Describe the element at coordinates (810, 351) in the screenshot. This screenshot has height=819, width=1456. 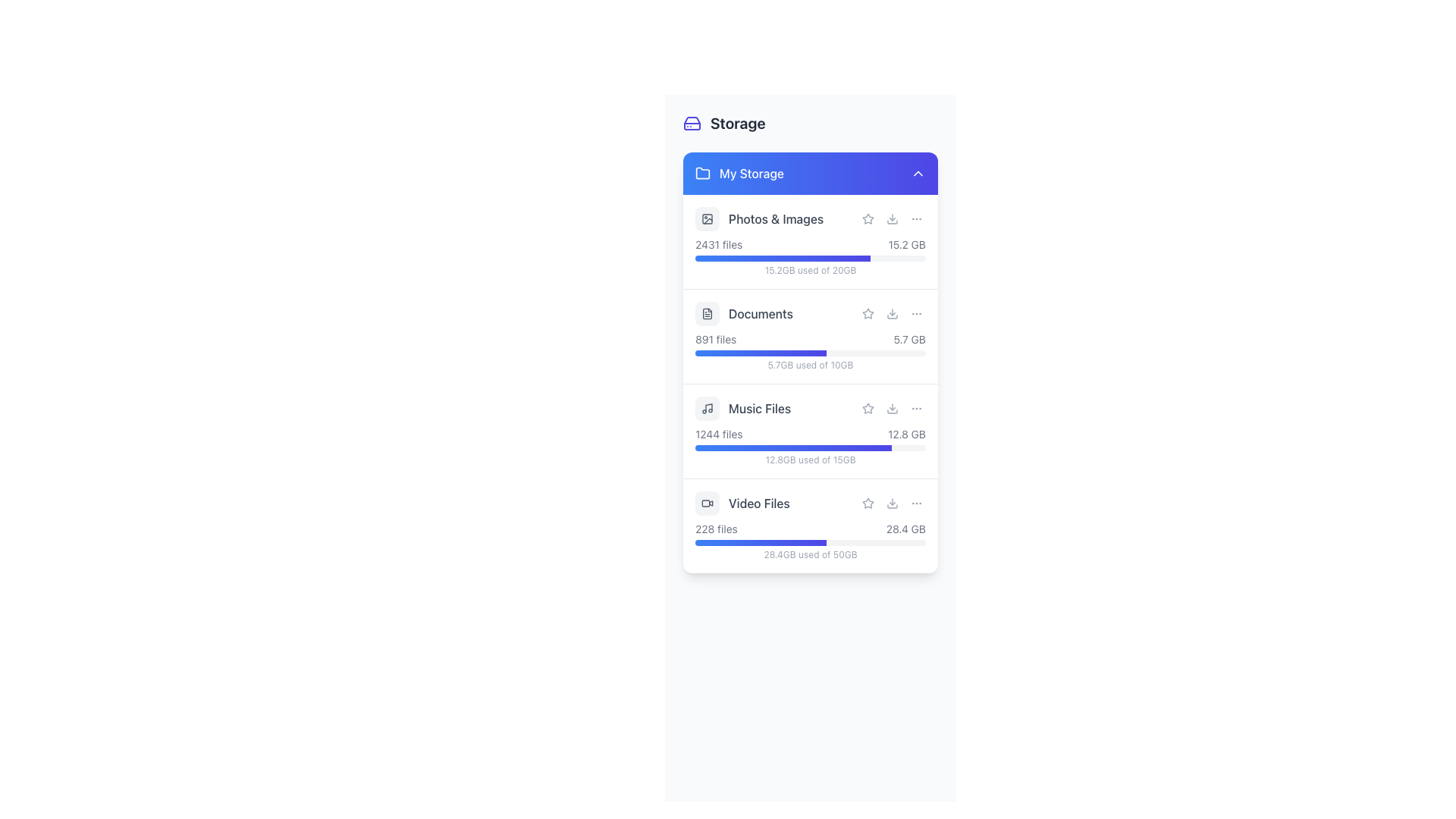
I see `the storage usage section for 'Documents'` at that location.